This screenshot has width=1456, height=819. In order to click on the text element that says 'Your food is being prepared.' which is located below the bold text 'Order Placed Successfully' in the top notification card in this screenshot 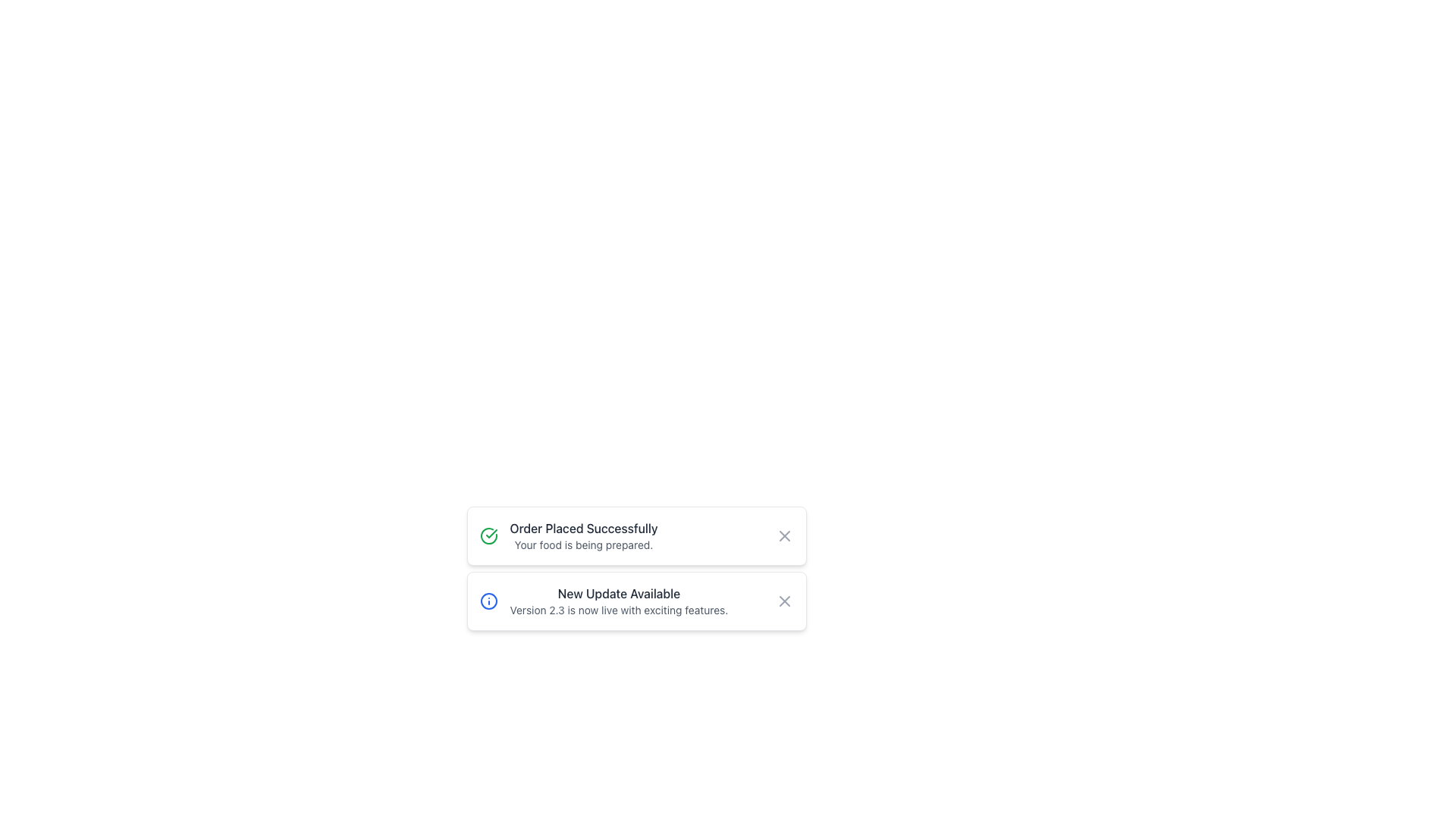, I will do `click(582, 544)`.